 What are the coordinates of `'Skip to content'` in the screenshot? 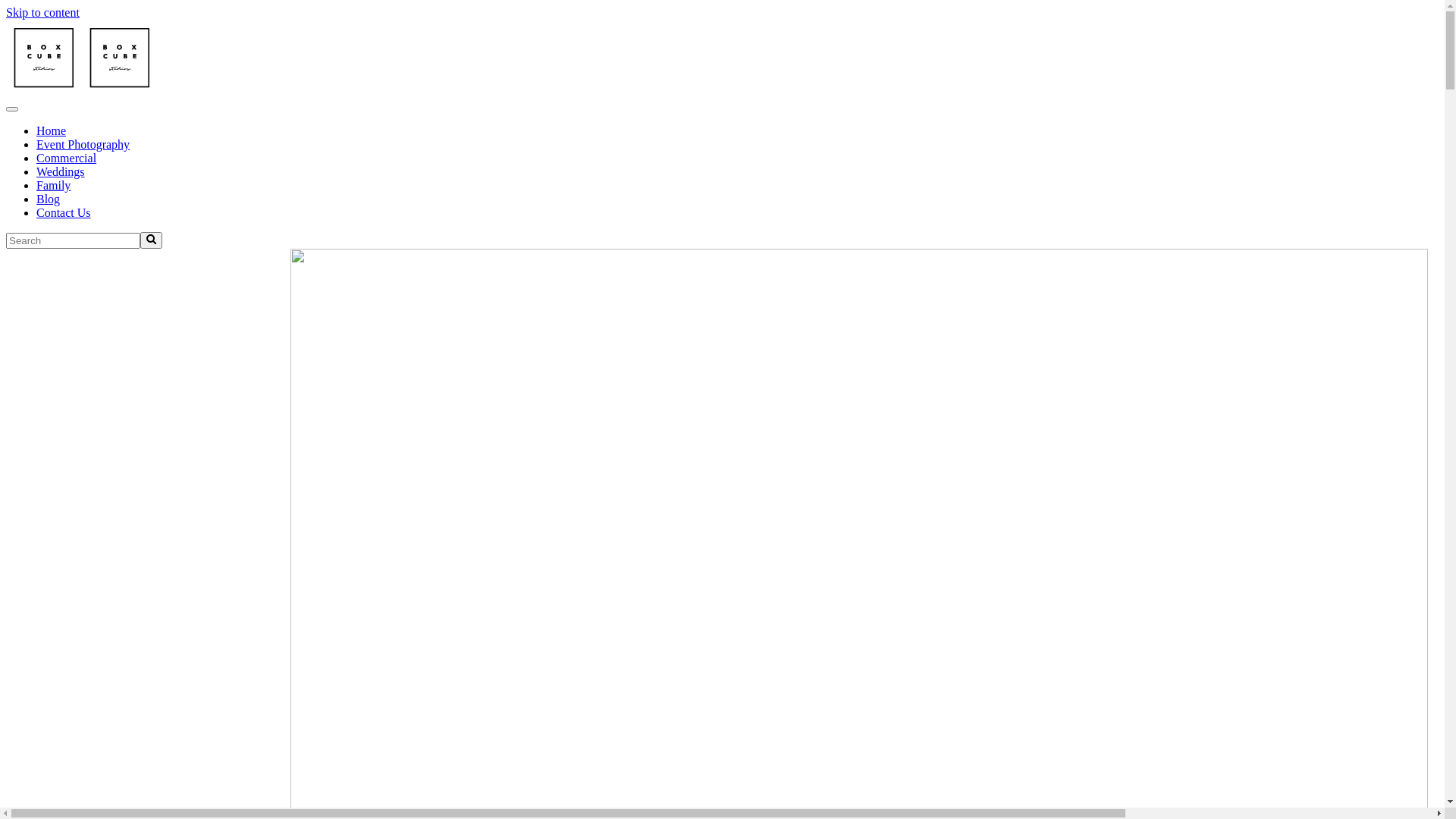 It's located at (42, 12).